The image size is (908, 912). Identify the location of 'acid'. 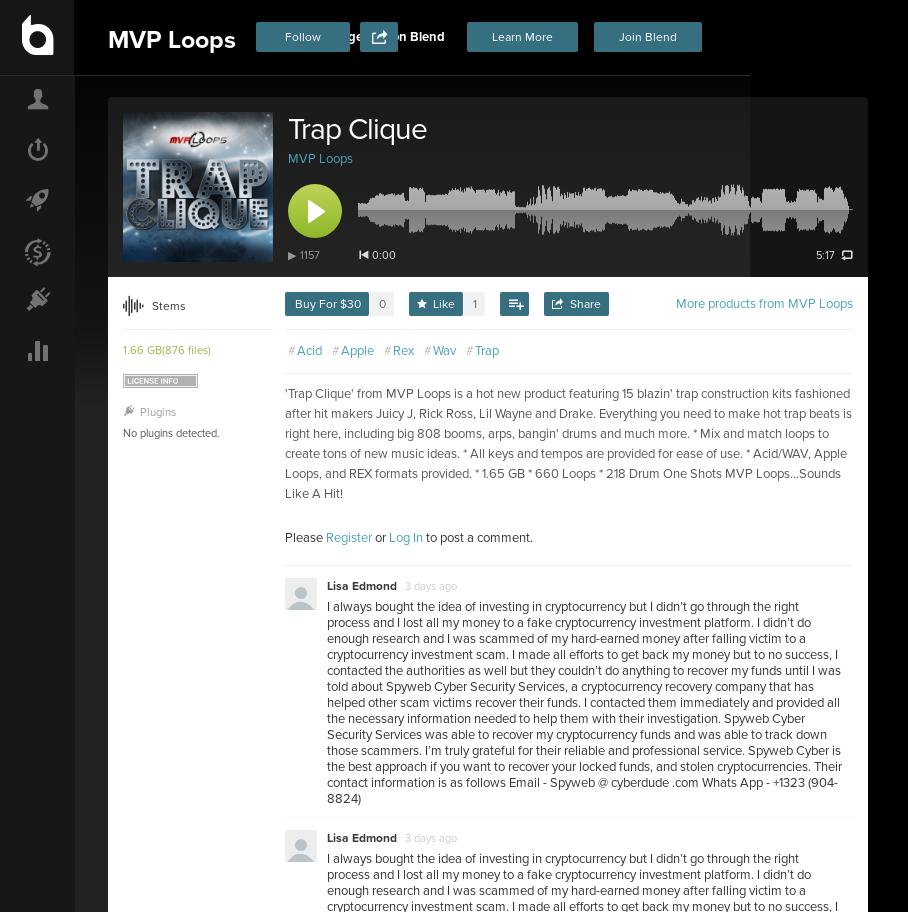
(297, 350).